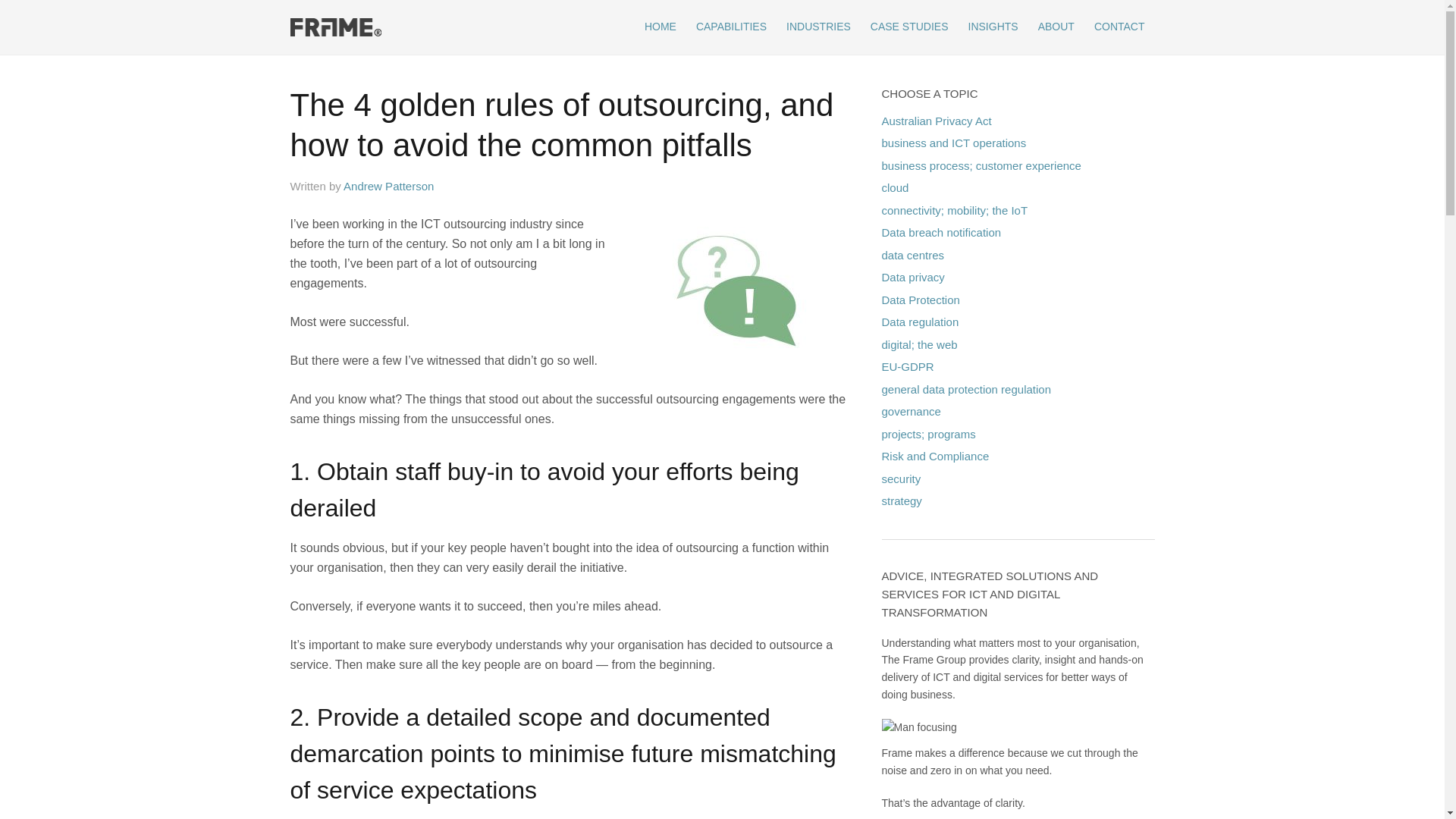 Image resolution: width=1456 pixels, height=819 pixels. I want to click on 'INDUSTRIES', so click(817, 26).